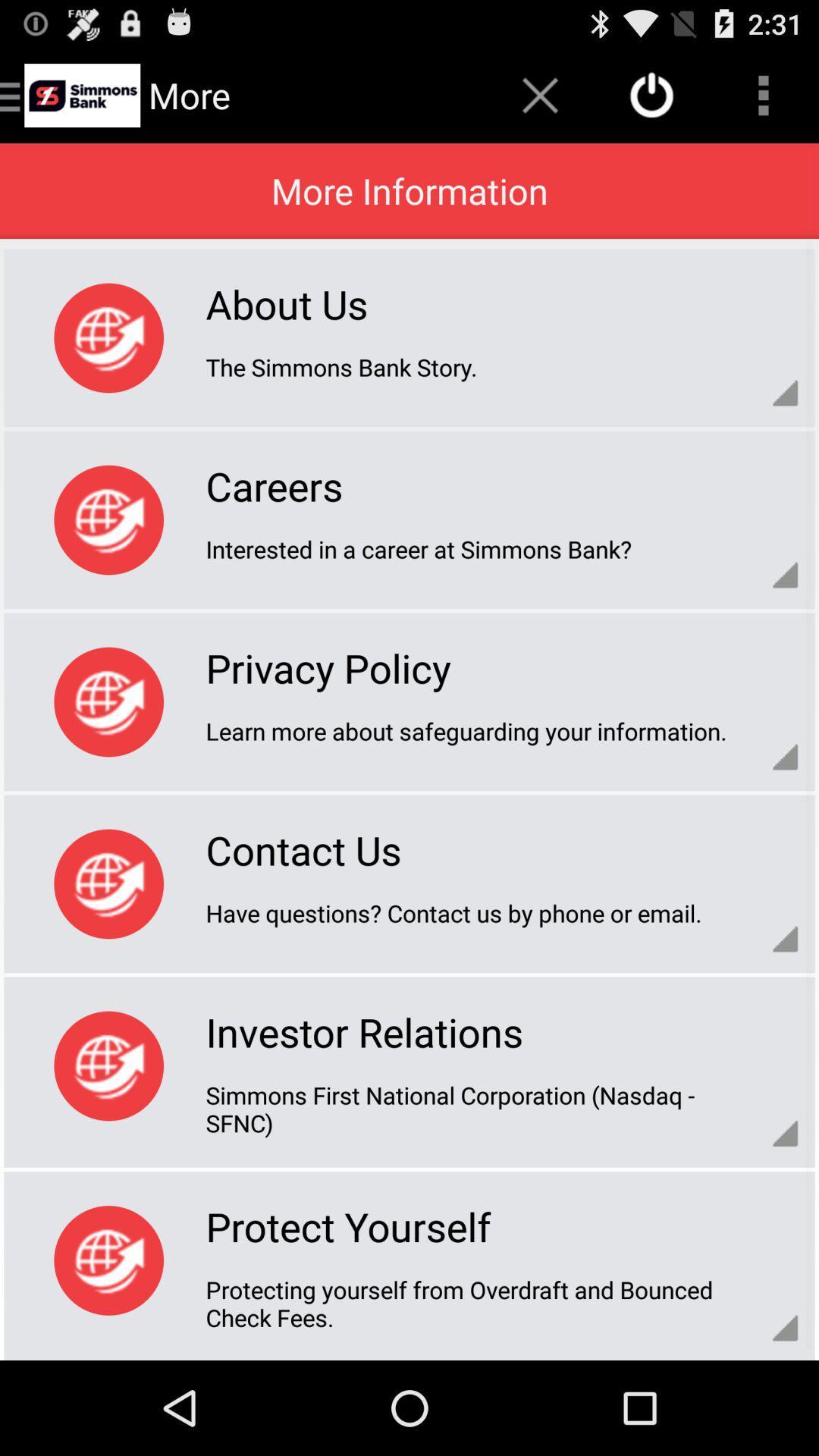 Image resolution: width=819 pixels, height=1456 pixels. Describe the element at coordinates (539, 94) in the screenshot. I see `the cross icon` at that location.